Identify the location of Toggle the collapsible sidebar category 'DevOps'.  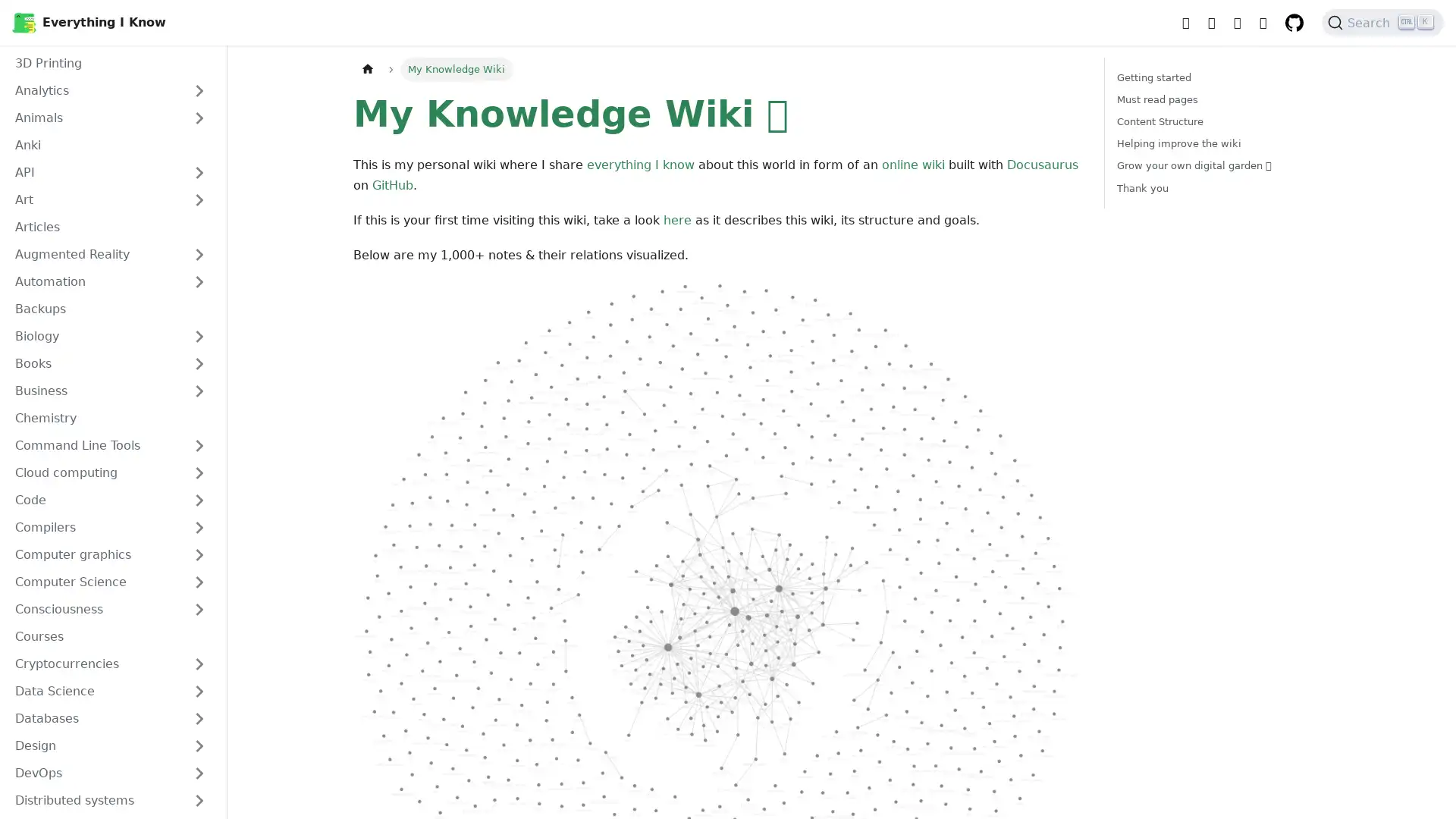
(199, 773).